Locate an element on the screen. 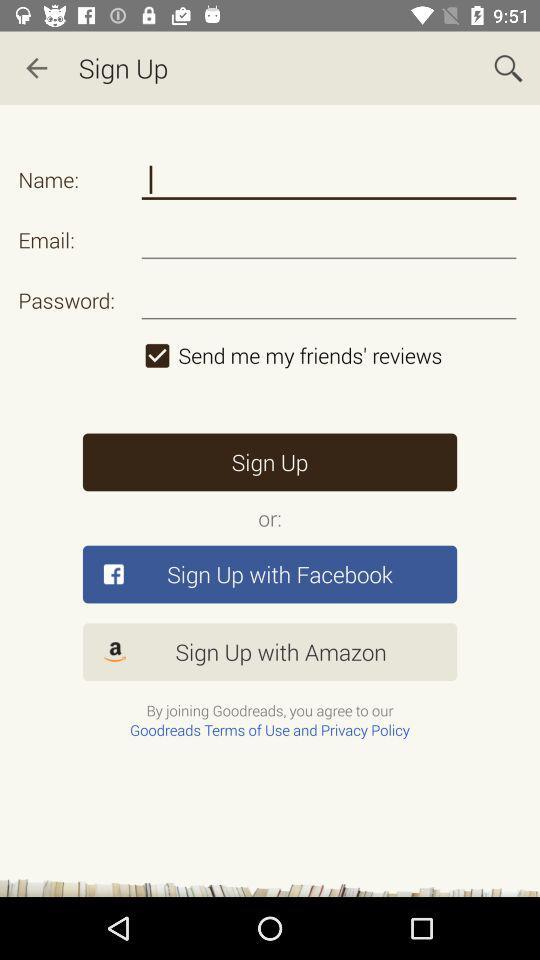 The height and width of the screenshot is (960, 540). typing space button is located at coordinates (329, 179).